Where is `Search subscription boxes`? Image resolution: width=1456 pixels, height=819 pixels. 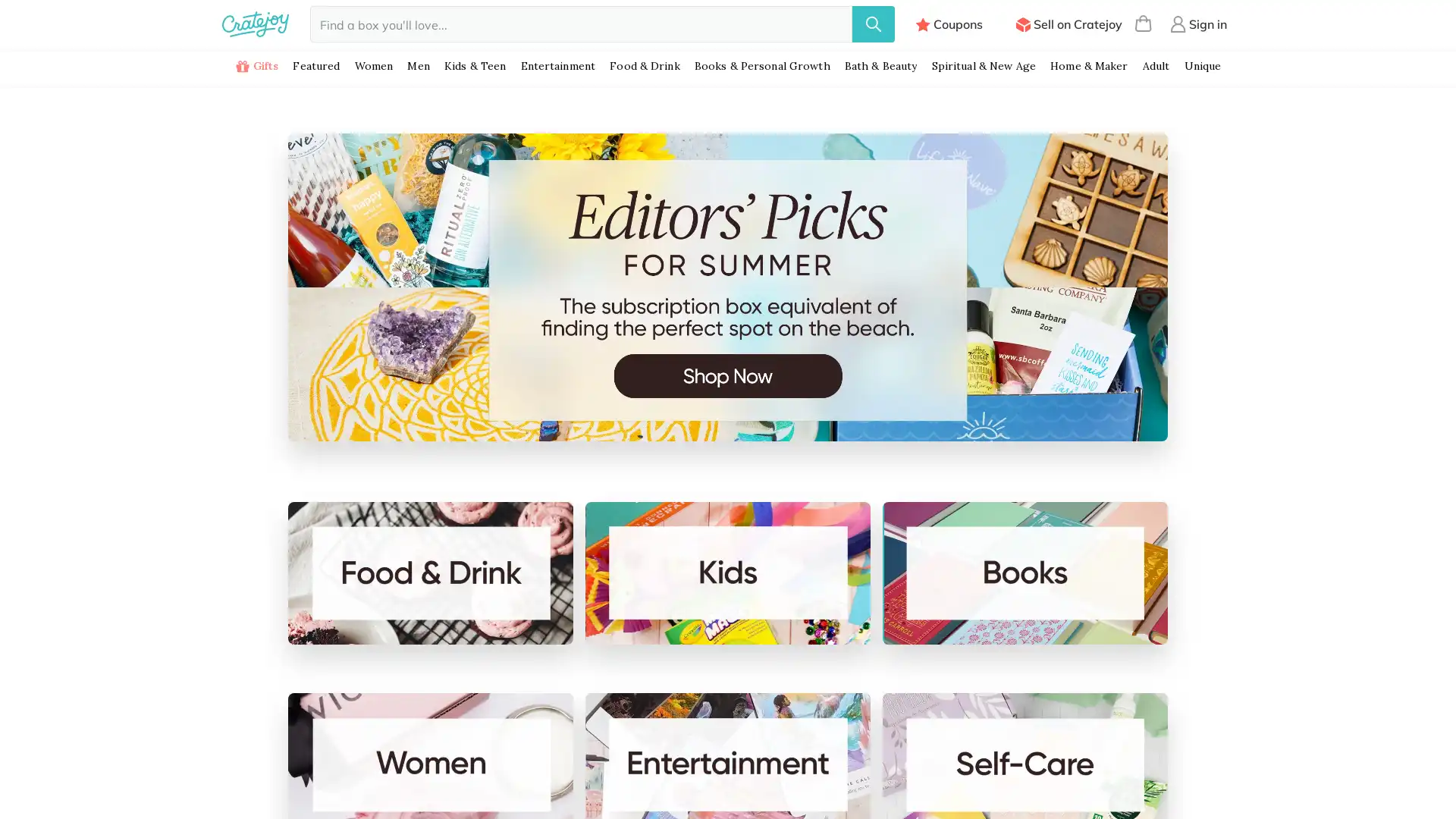
Search subscription boxes is located at coordinates (873, 24).